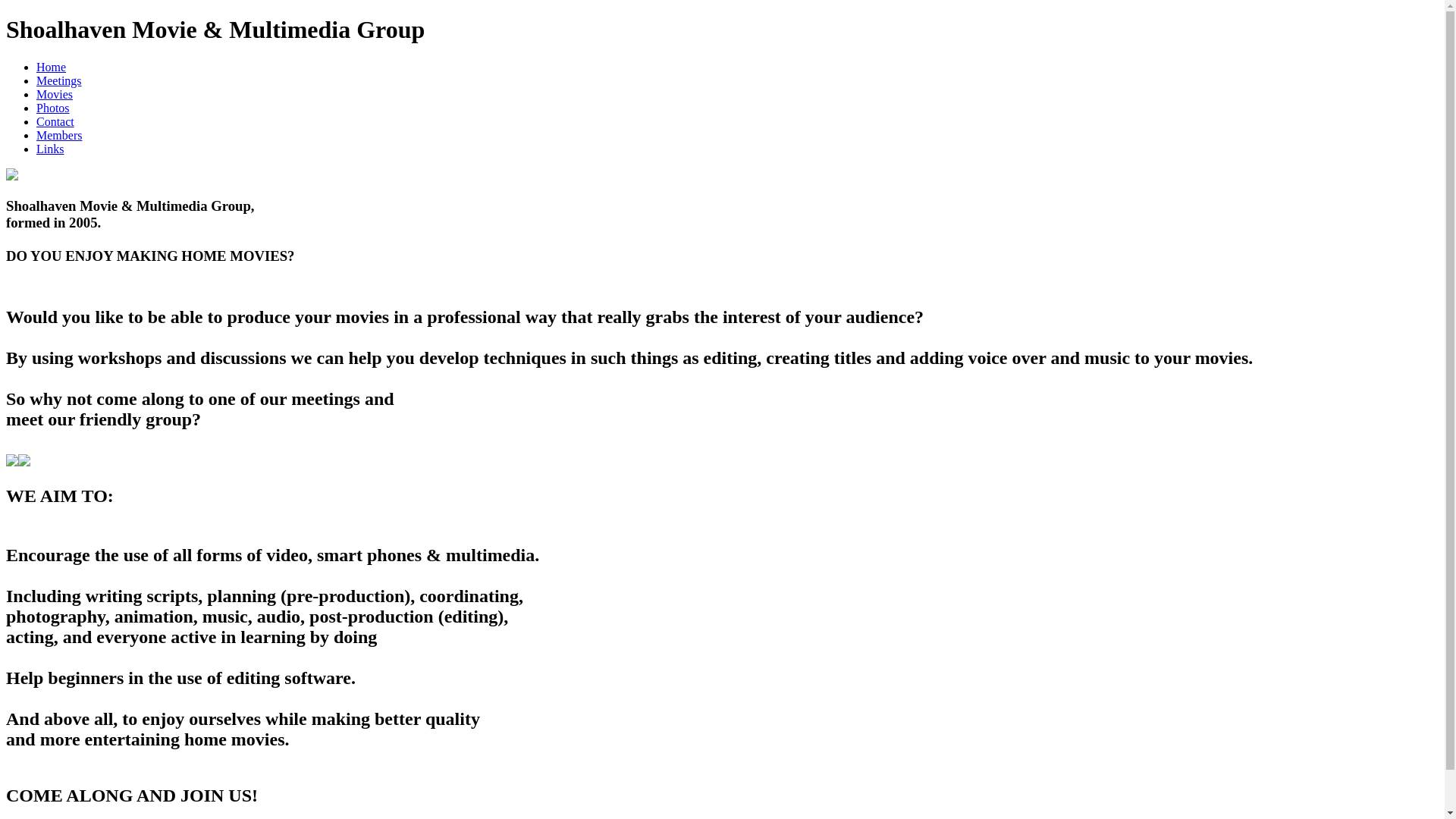 This screenshot has width=1456, height=819. Describe the element at coordinates (36, 80) in the screenshot. I see `'Meetings'` at that location.